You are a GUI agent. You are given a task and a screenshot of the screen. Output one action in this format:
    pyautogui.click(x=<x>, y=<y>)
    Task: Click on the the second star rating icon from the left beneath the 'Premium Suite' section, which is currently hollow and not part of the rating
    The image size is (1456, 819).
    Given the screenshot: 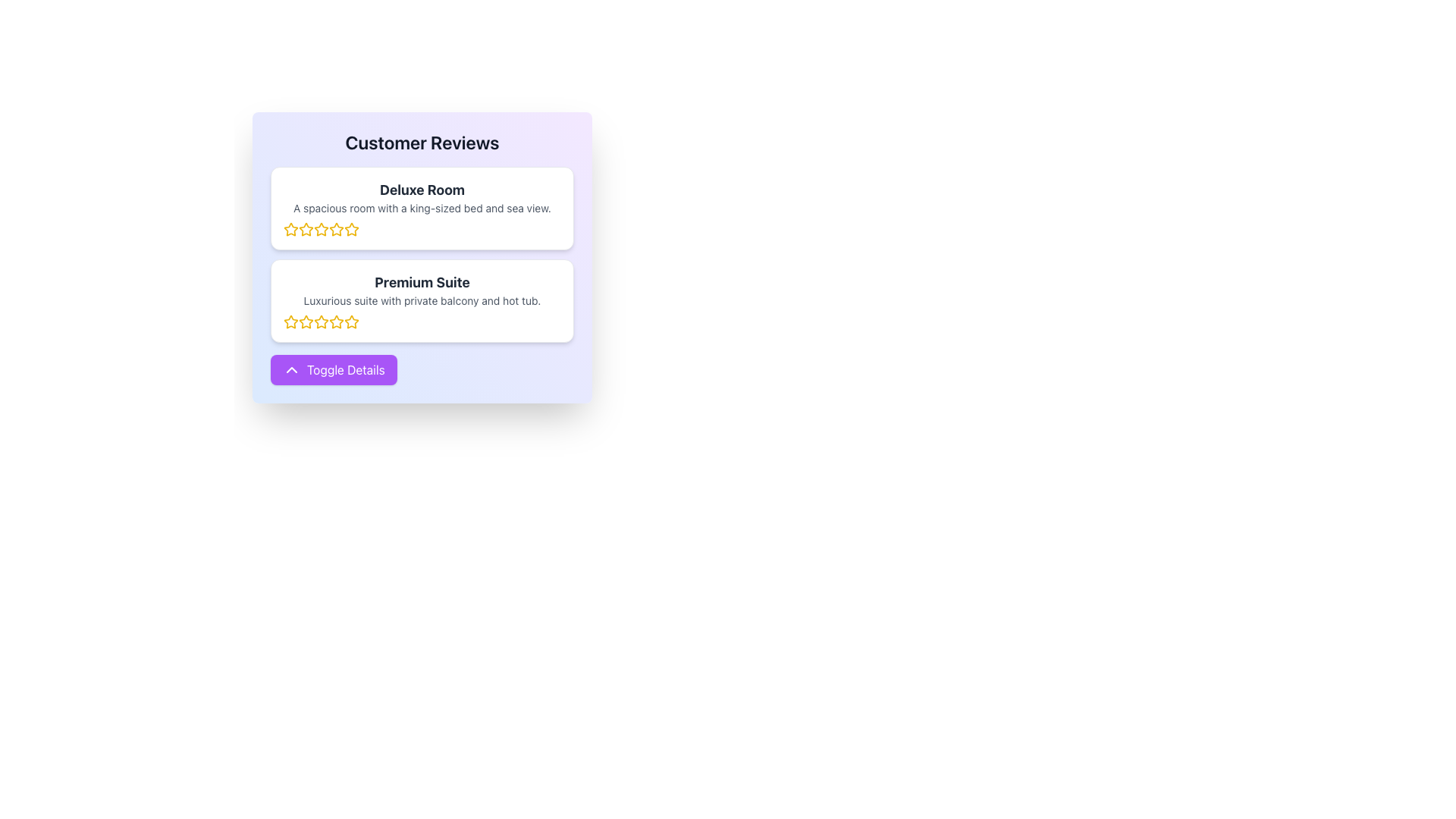 What is the action you would take?
    pyautogui.click(x=305, y=321)
    